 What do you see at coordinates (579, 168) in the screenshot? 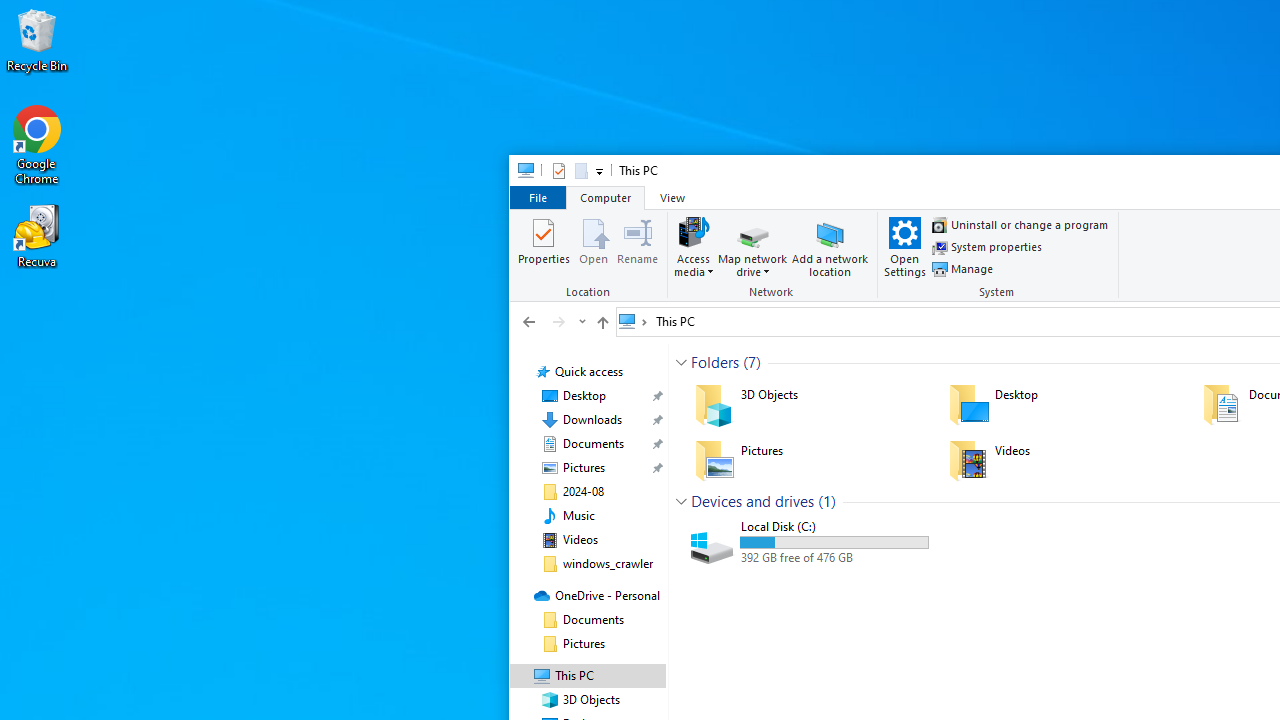
I see `'New folder'` at bounding box center [579, 168].